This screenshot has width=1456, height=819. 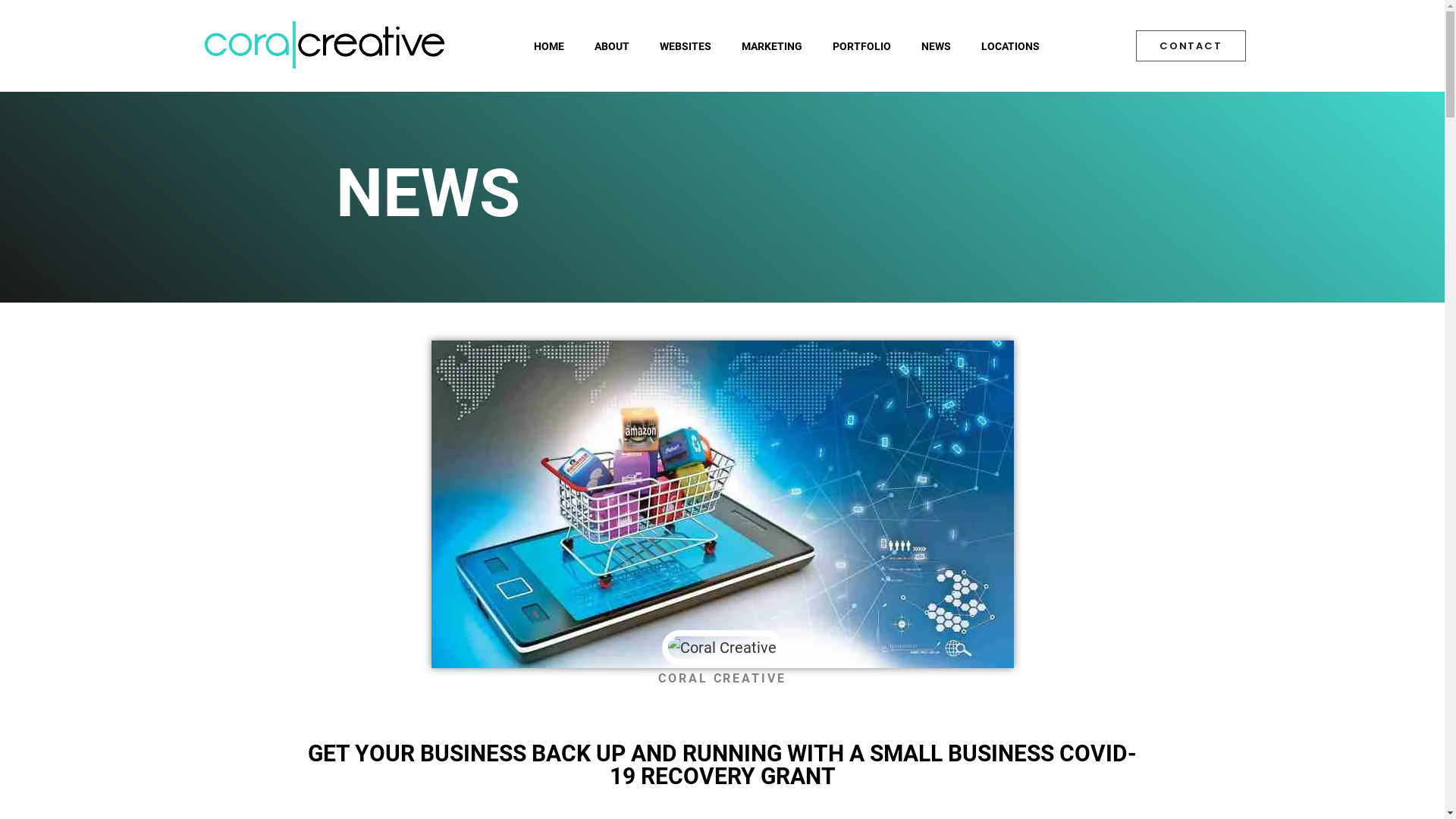 I want to click on 'MARKETING', so click(x=726, y=45).